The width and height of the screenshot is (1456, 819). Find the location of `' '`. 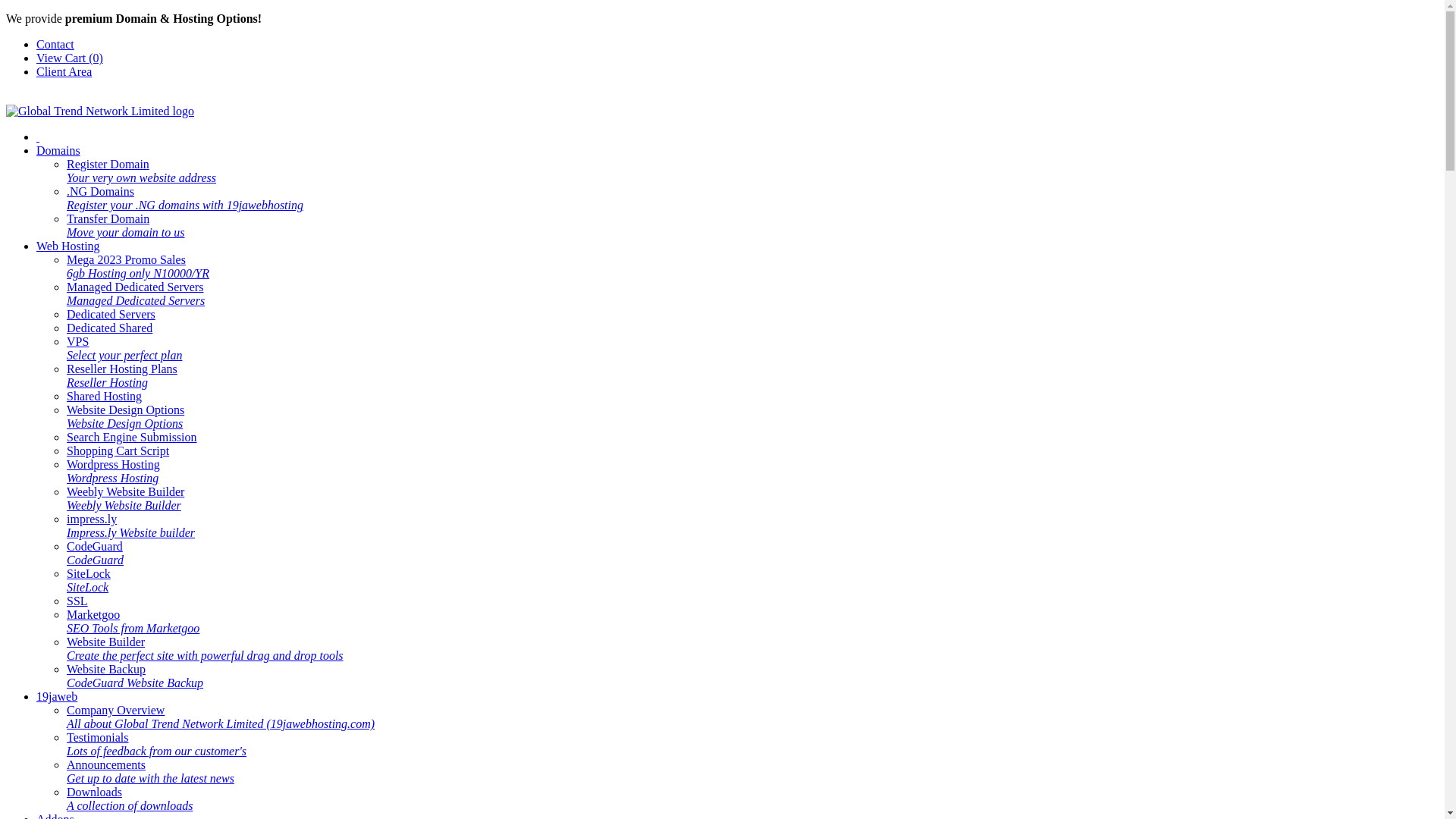

' ' is located at coordinates (36, 136).